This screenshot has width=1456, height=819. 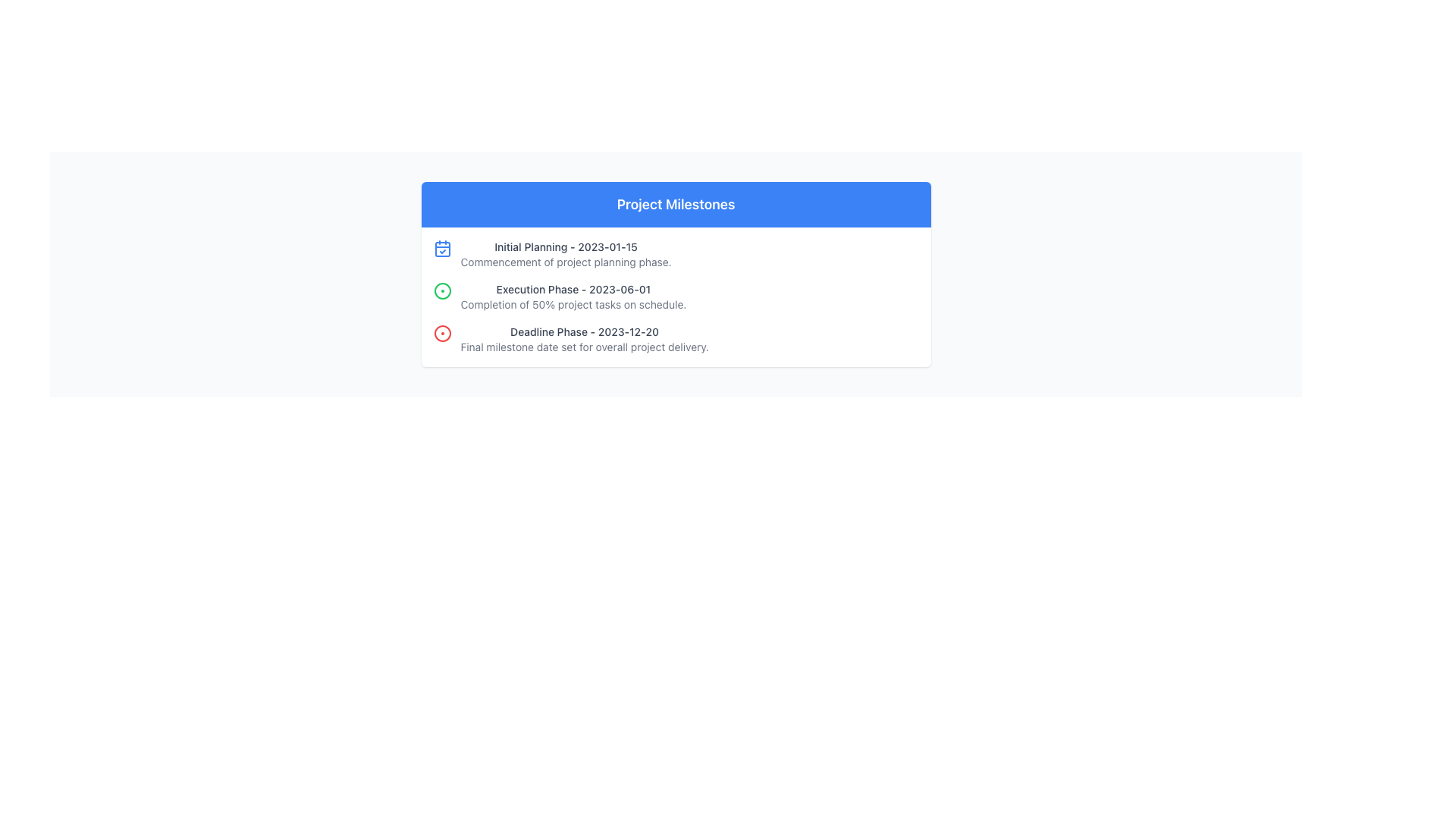 What do you see at coordinates (441, 248) in the screenshot?
I see `the rounded rectangle within the calendar icon at the top-left corner of 'Initial Planning - 2023-01-15'` at bounding box center [441, 248].